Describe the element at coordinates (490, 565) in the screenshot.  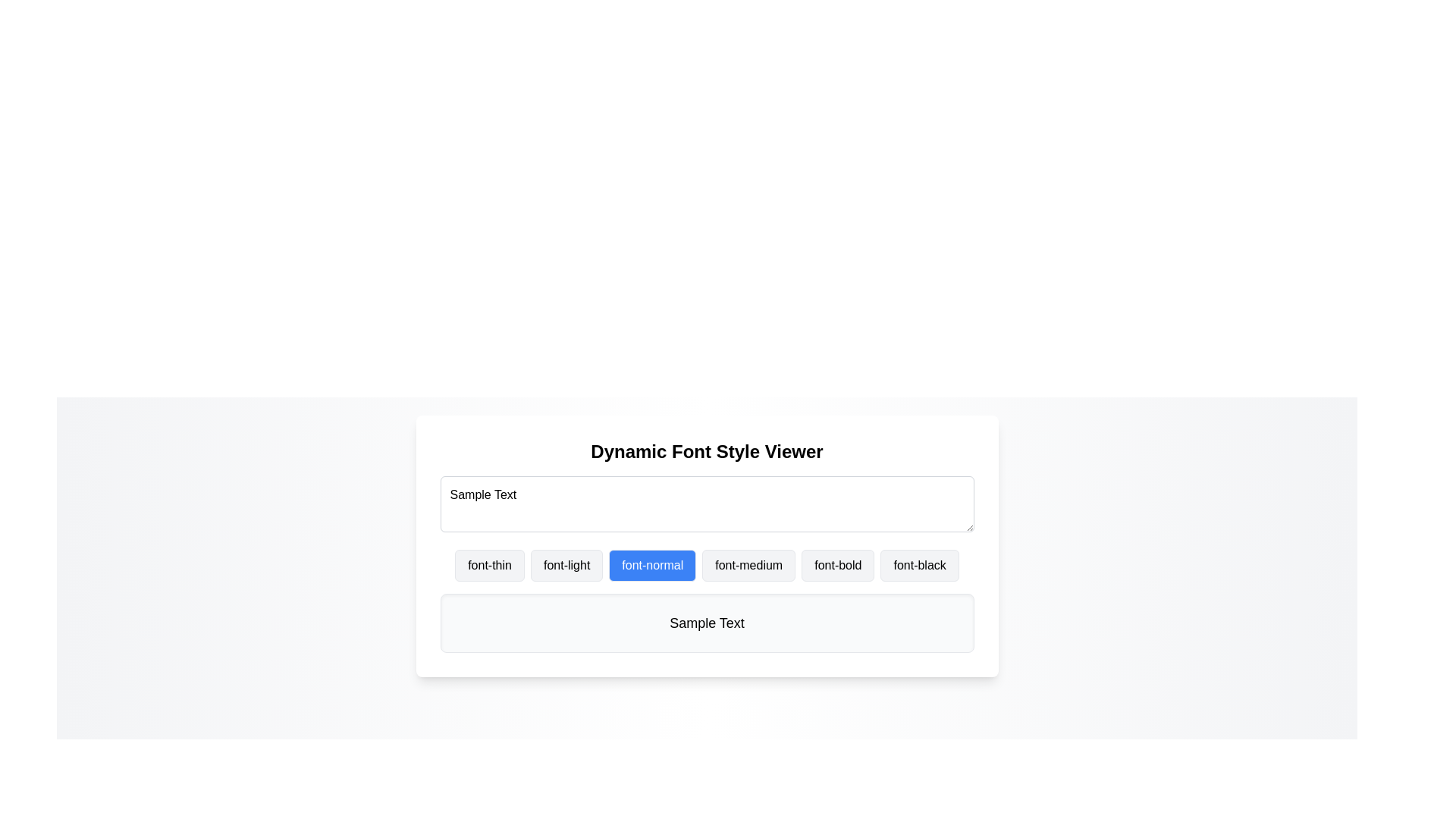
I see `the leftmost button styled with rounded corners and a light gray background that contains the text 'font-thin'` at that location.